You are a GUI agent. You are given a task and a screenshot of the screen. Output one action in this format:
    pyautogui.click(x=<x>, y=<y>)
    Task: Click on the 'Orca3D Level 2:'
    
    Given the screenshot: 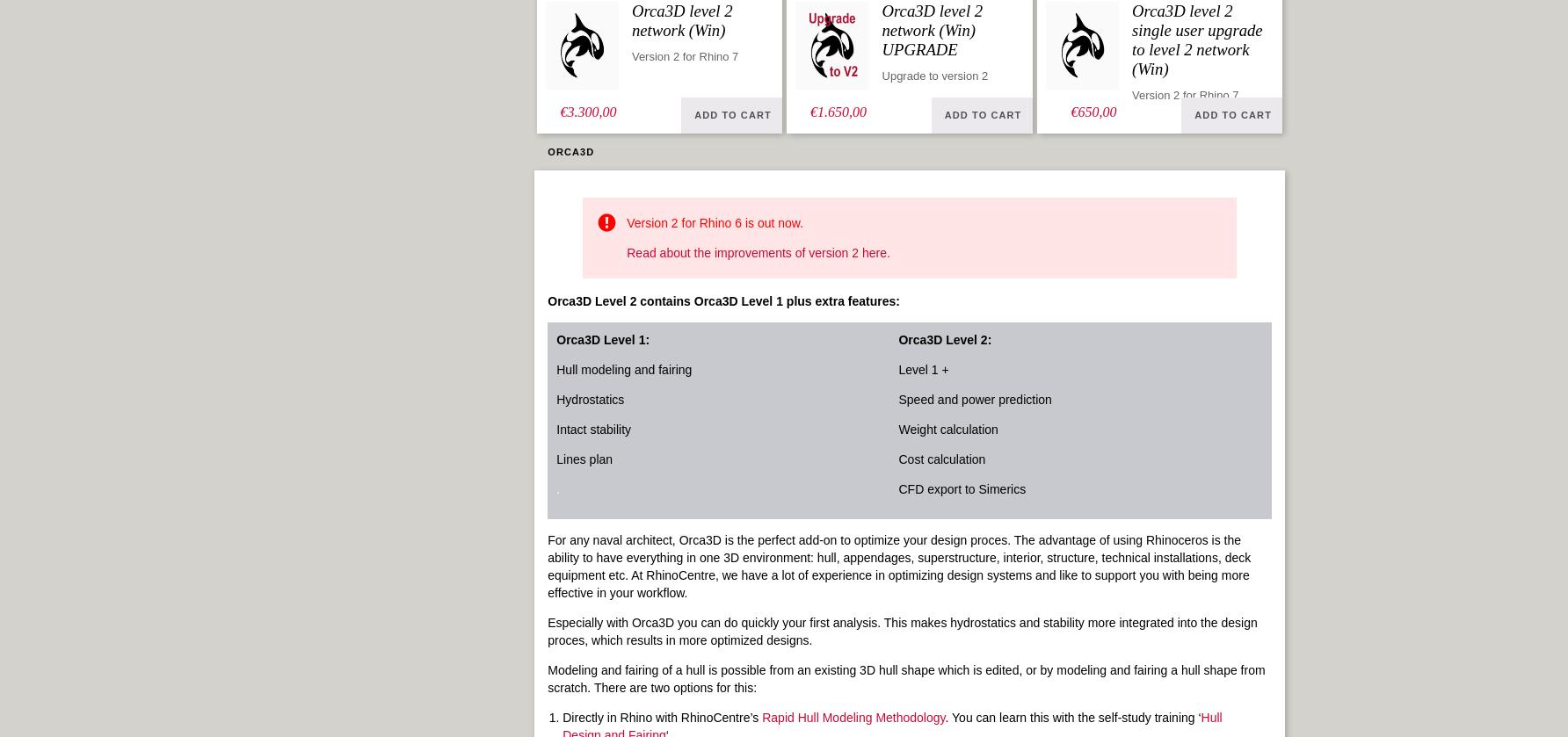 What is the action you would take?
    pyautogui.click(x=944, y=340)
    